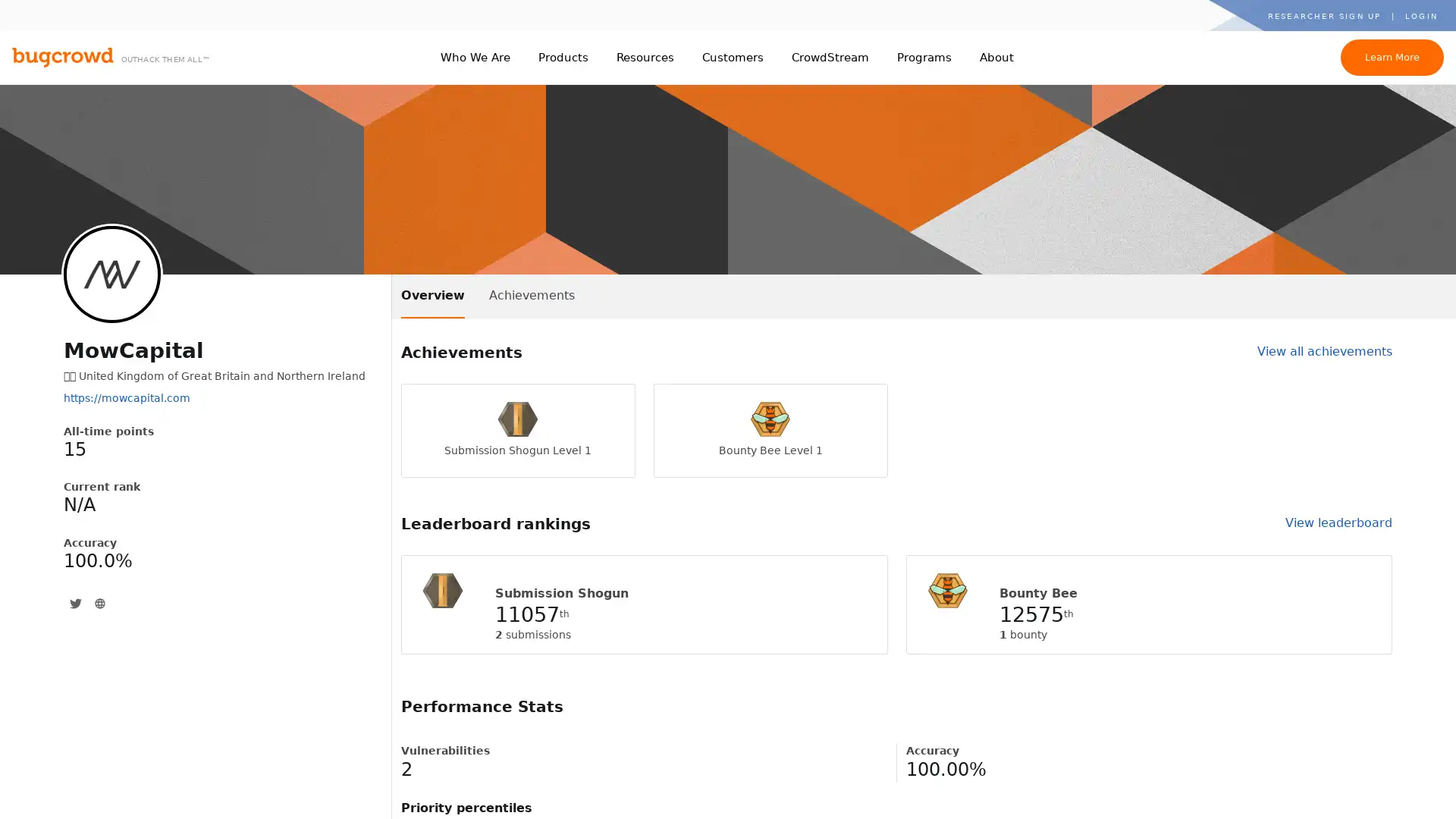 This screenshot has width=1456, height=819. What do you see at coordinates (770, 430) in the screenshot?
I see `Bounty Bee Level 1 Bounty Bee Level 1` at bounding box center [770, 430].